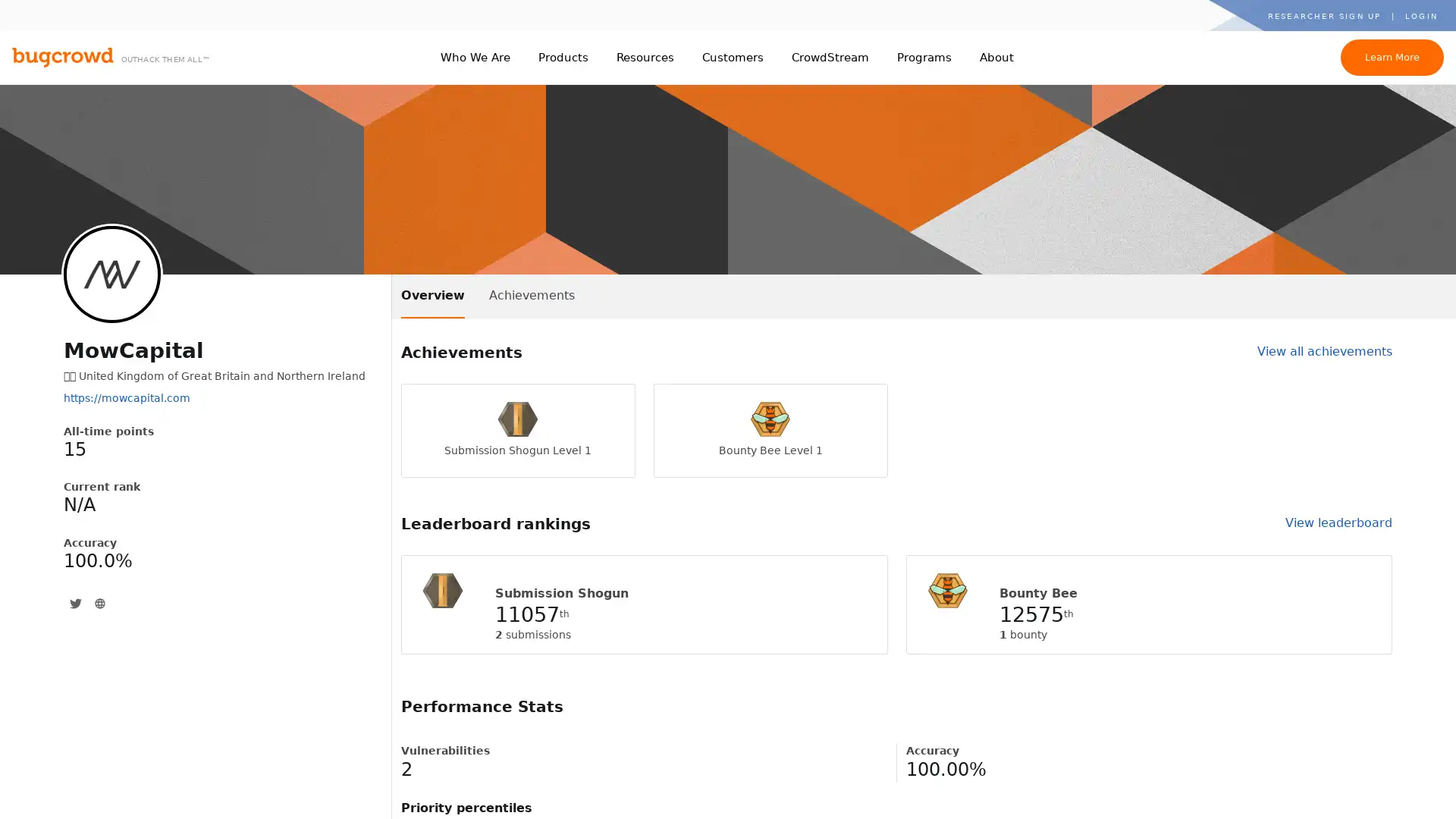 This screenshot has width=1456, height=819. What do you see at coordinates (770, 430) in the screenshot?
I see `Bounty Bee Level 1 Bounty Bee Level 1` at bounding box center [770, 430].